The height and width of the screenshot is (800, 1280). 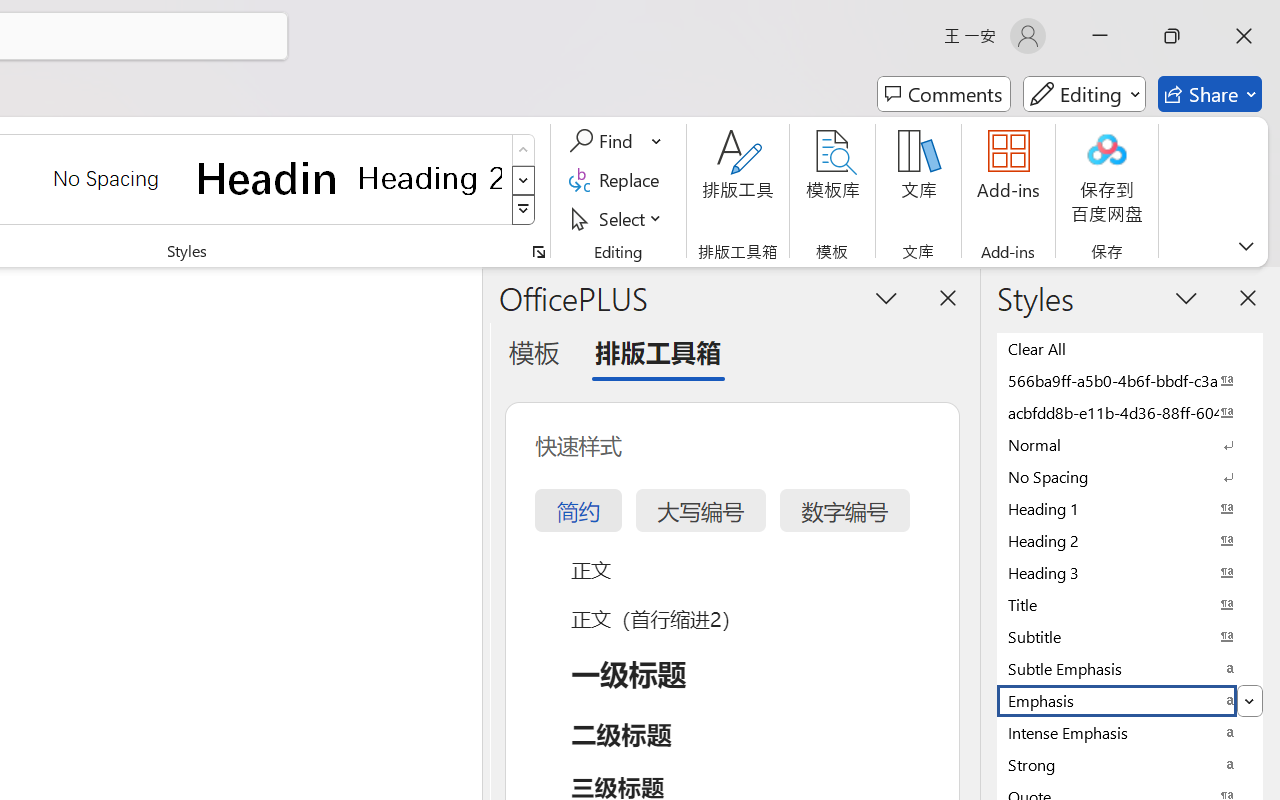 I want to click on 'Minimize', so click(x=1099, y=35).